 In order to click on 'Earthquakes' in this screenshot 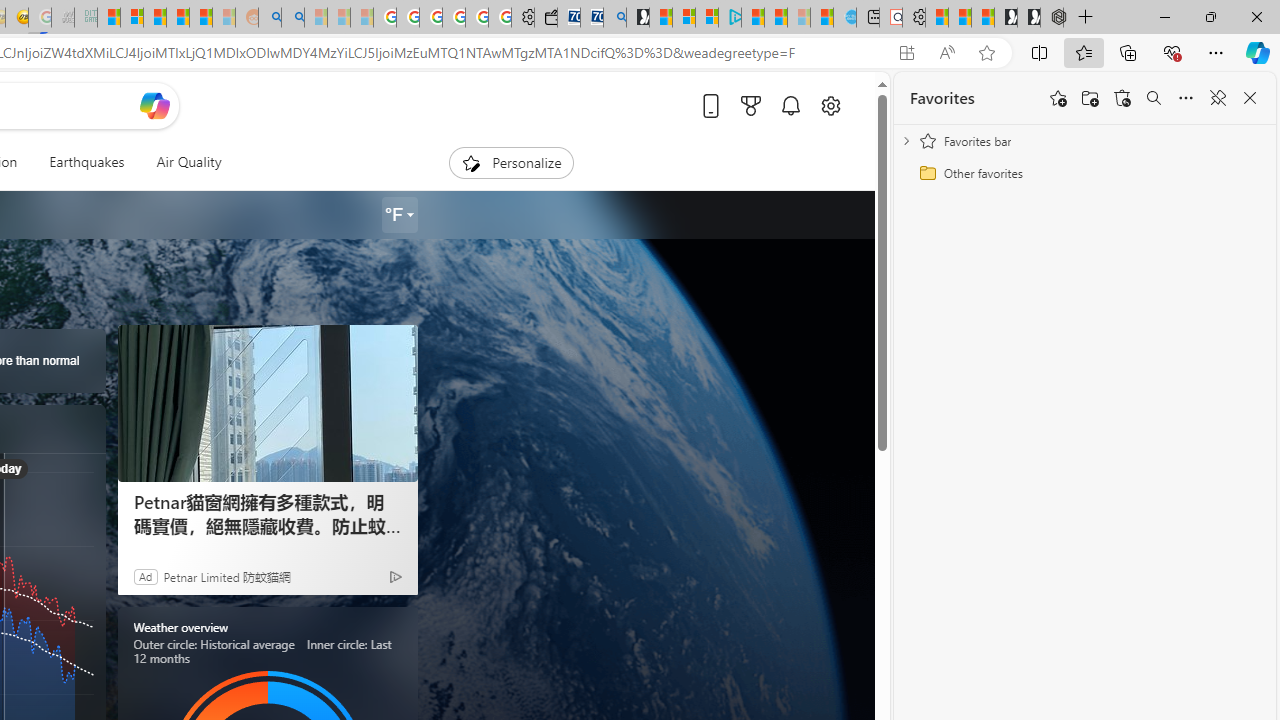, I will do `click(86, 162)`.